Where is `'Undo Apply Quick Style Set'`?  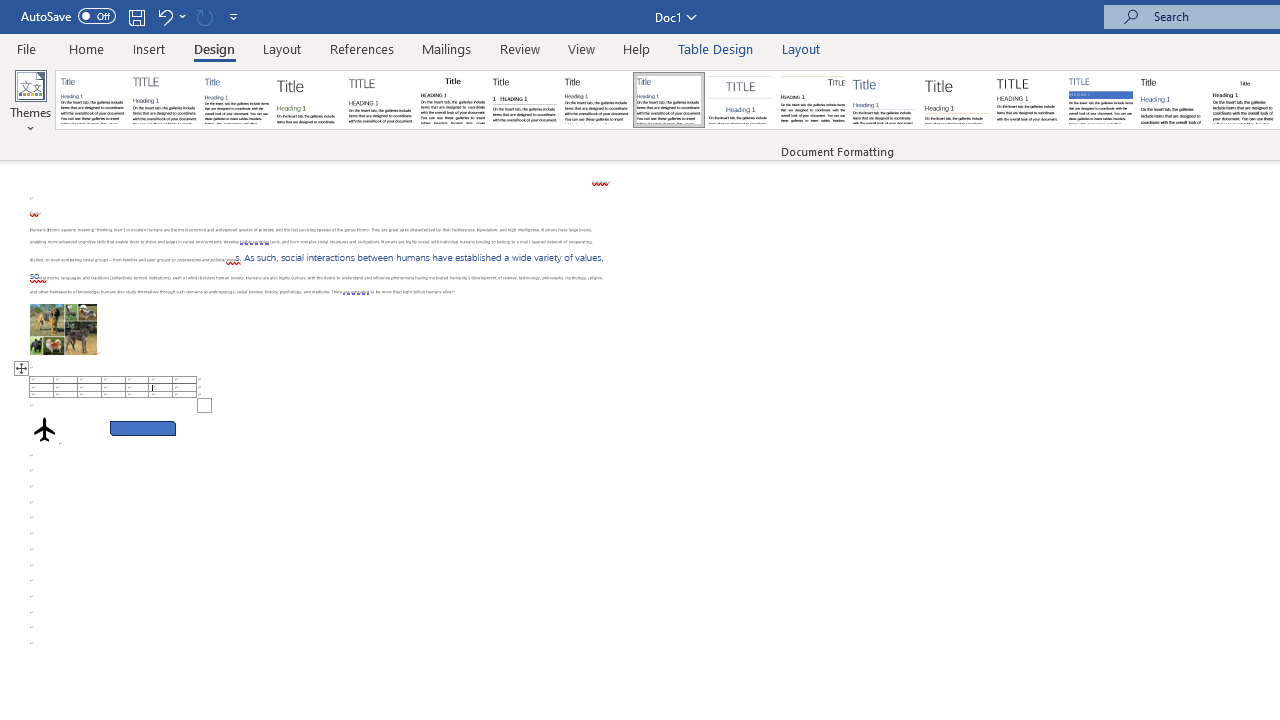 'Undo Apply Quick Style Set' is located at coordinates (164, 16).